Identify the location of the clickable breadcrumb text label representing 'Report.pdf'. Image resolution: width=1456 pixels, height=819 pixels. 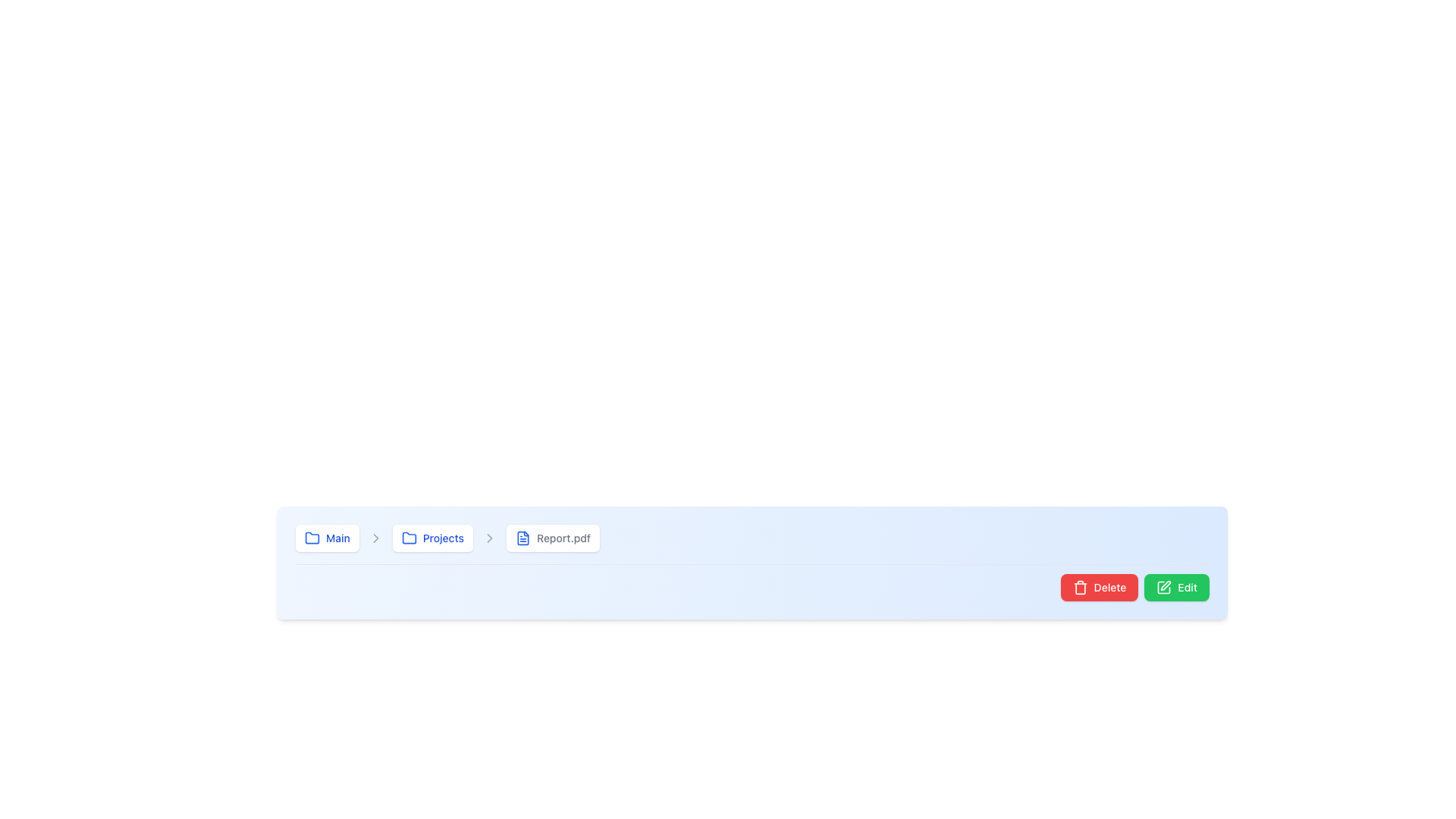
(563, 537).